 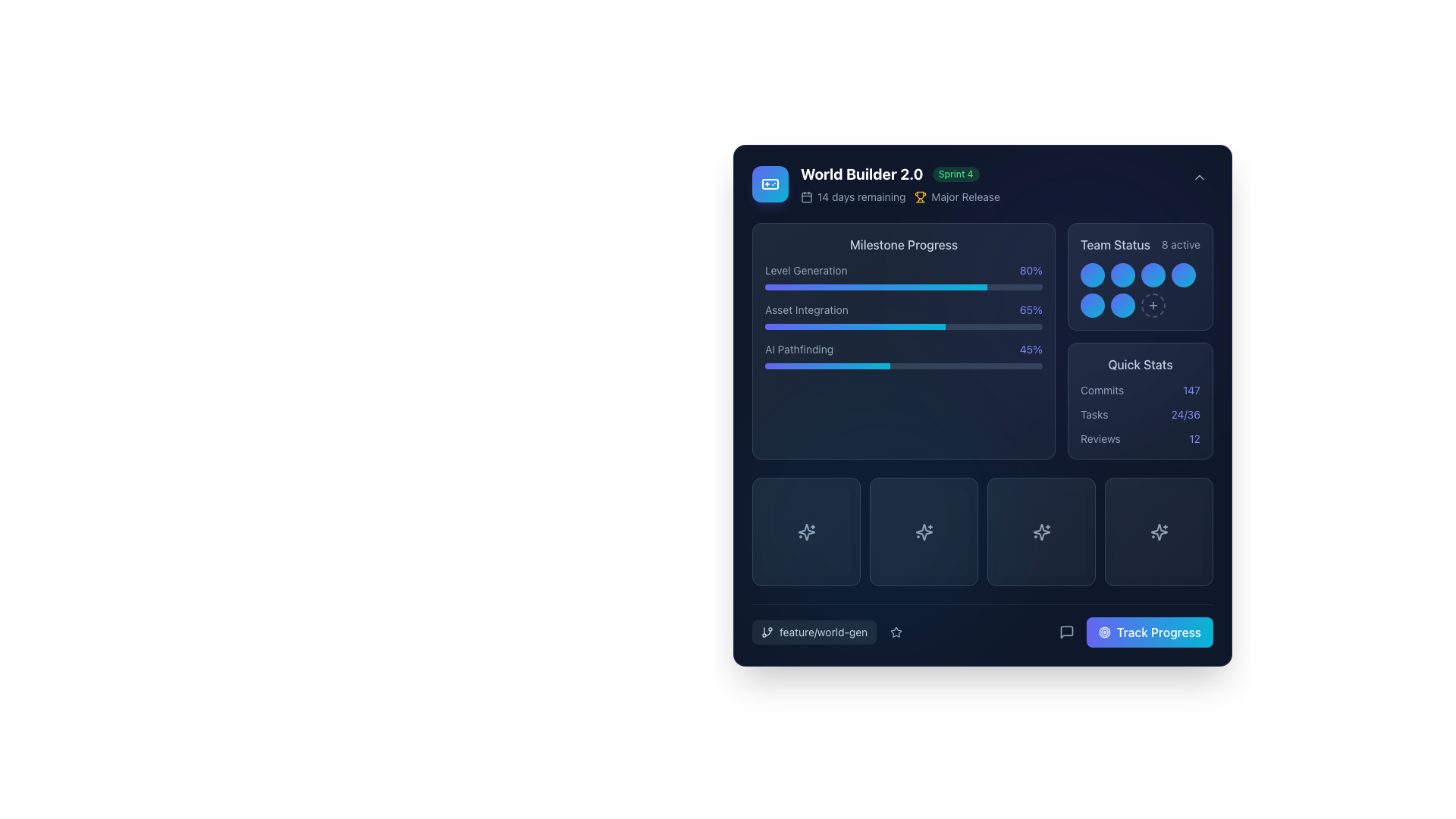 What do you see at coordinates (1153, 275) in the screenshot?
I see `the third circular decorative element in the 'Team Status' section, which visually represents a status indicator for team members` at bounding box center [1153, 275].